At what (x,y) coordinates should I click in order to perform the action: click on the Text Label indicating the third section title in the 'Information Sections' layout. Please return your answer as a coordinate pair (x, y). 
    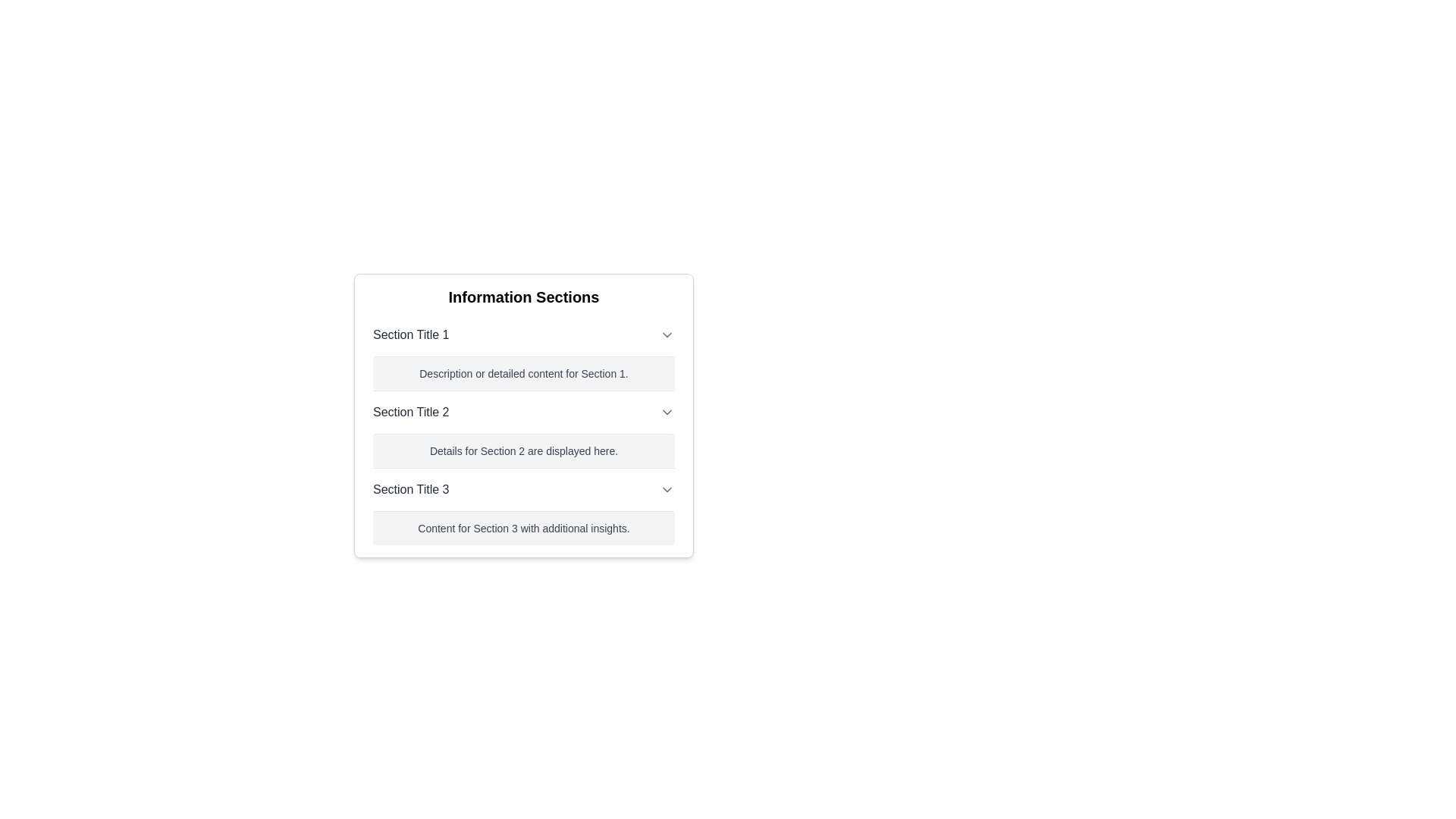
    Looking at the image, I should click on (411, 489).